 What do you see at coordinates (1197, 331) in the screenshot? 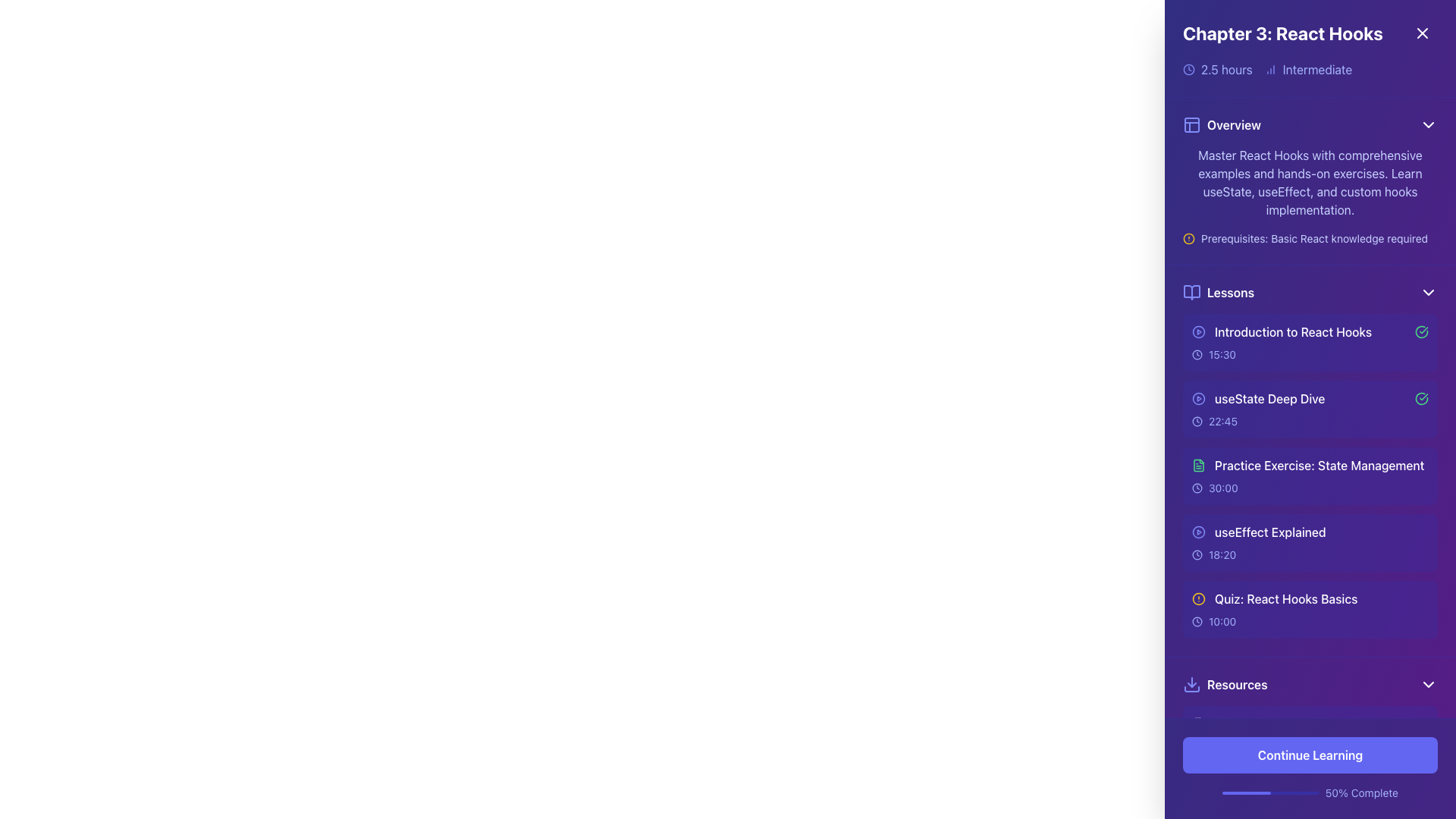
I see `the play button icon located to the left of the 'Introduction to React Hooks' lesson name to initiate the lesson video` at bounding box center [1197, 331].